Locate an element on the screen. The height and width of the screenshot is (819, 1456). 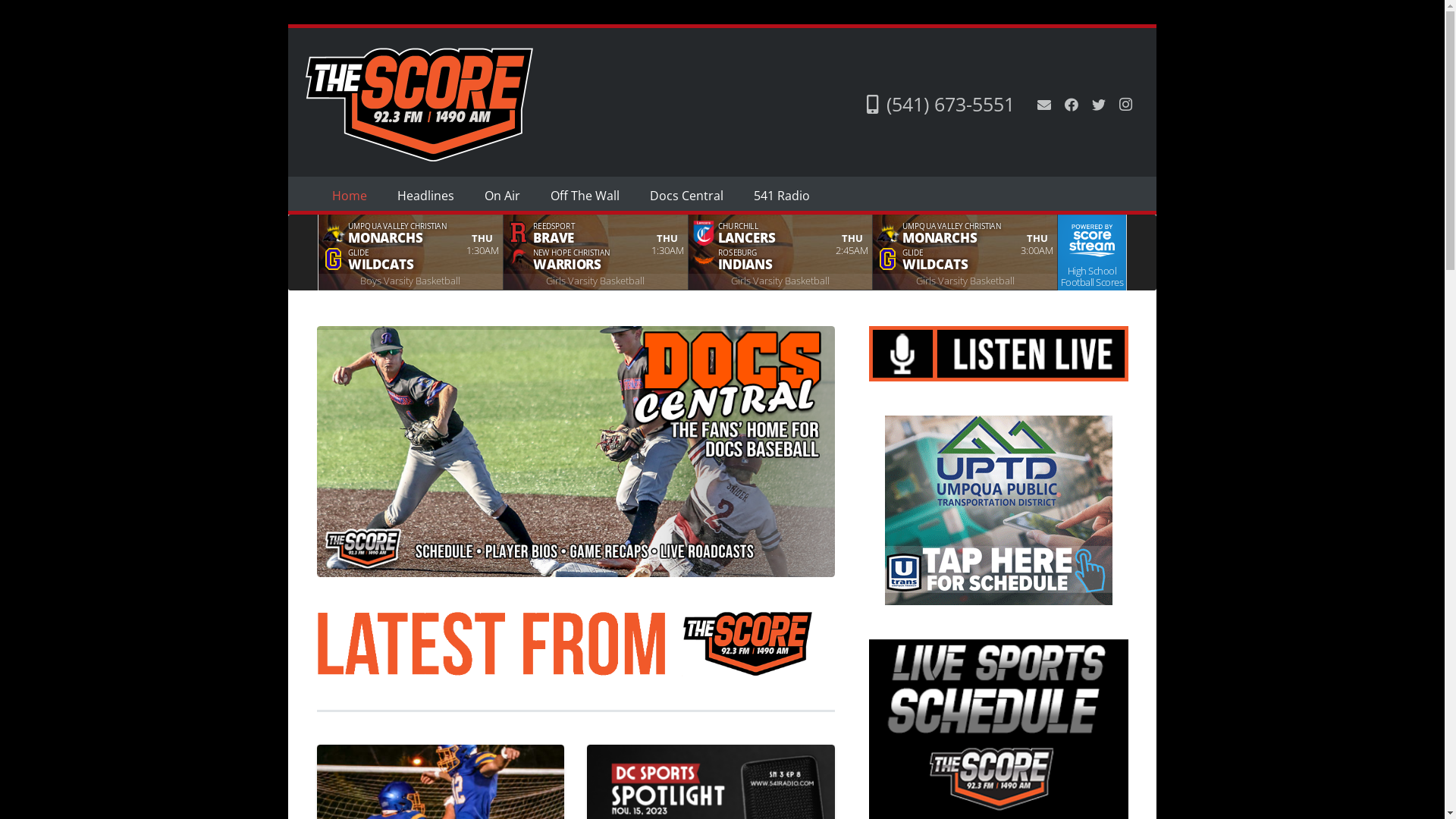
'Headlines' is located at coordinates (425, 195).